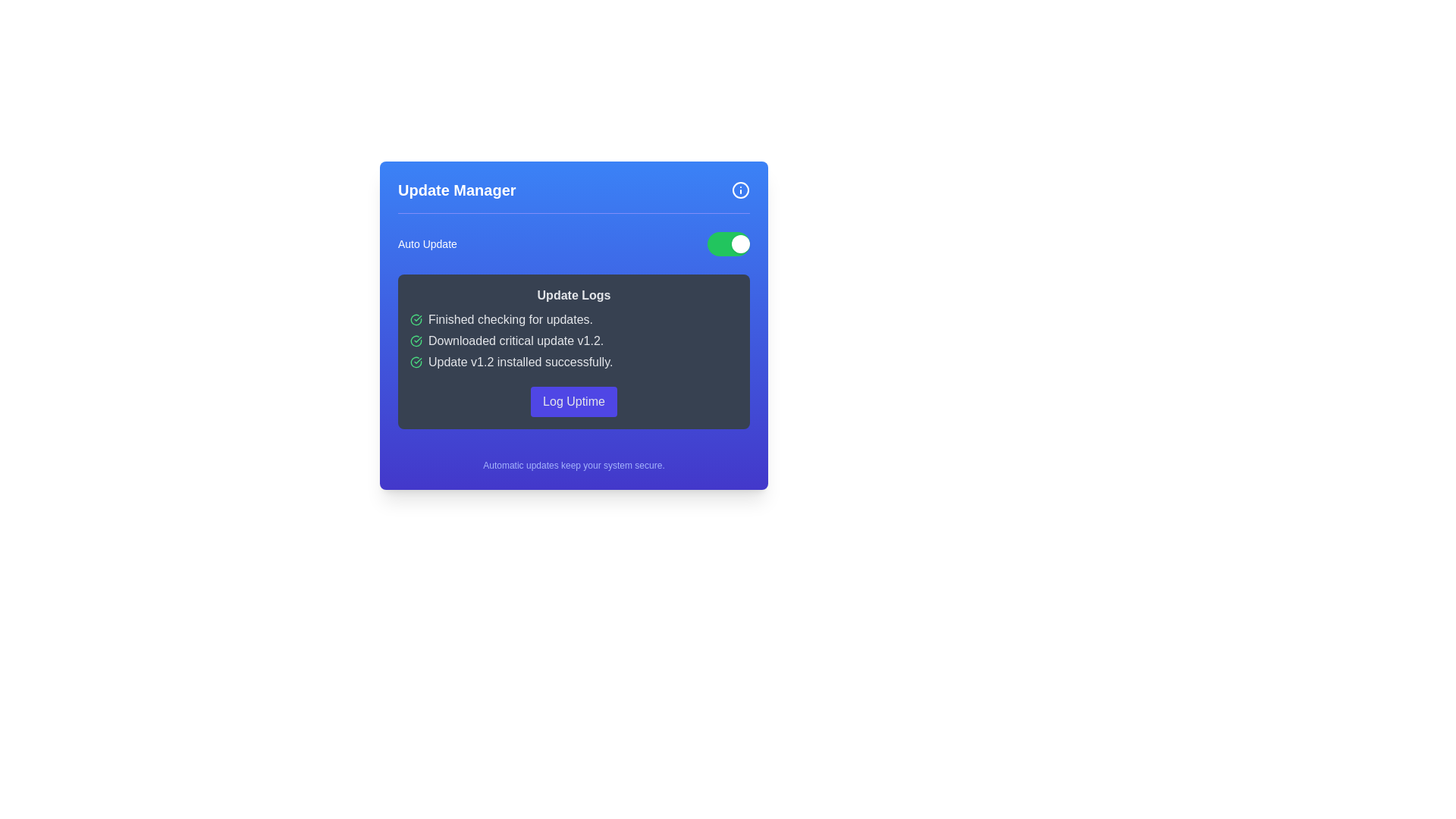  I want to click on the green toggle switch of the 'Auto Update' element to change its state, so click(573, 243).